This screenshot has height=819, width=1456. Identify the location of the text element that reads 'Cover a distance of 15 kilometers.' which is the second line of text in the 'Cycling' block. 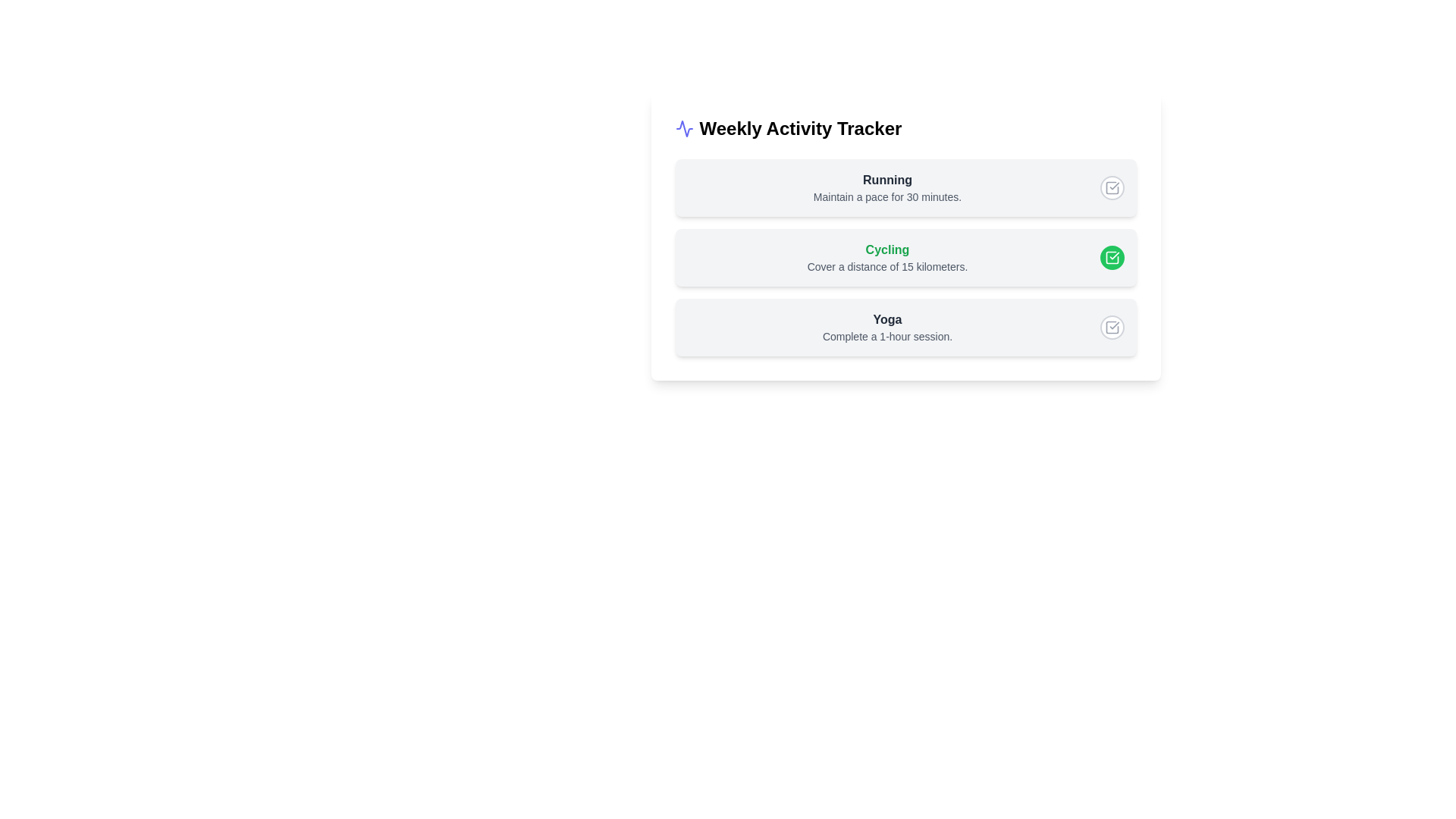
(887, 265).